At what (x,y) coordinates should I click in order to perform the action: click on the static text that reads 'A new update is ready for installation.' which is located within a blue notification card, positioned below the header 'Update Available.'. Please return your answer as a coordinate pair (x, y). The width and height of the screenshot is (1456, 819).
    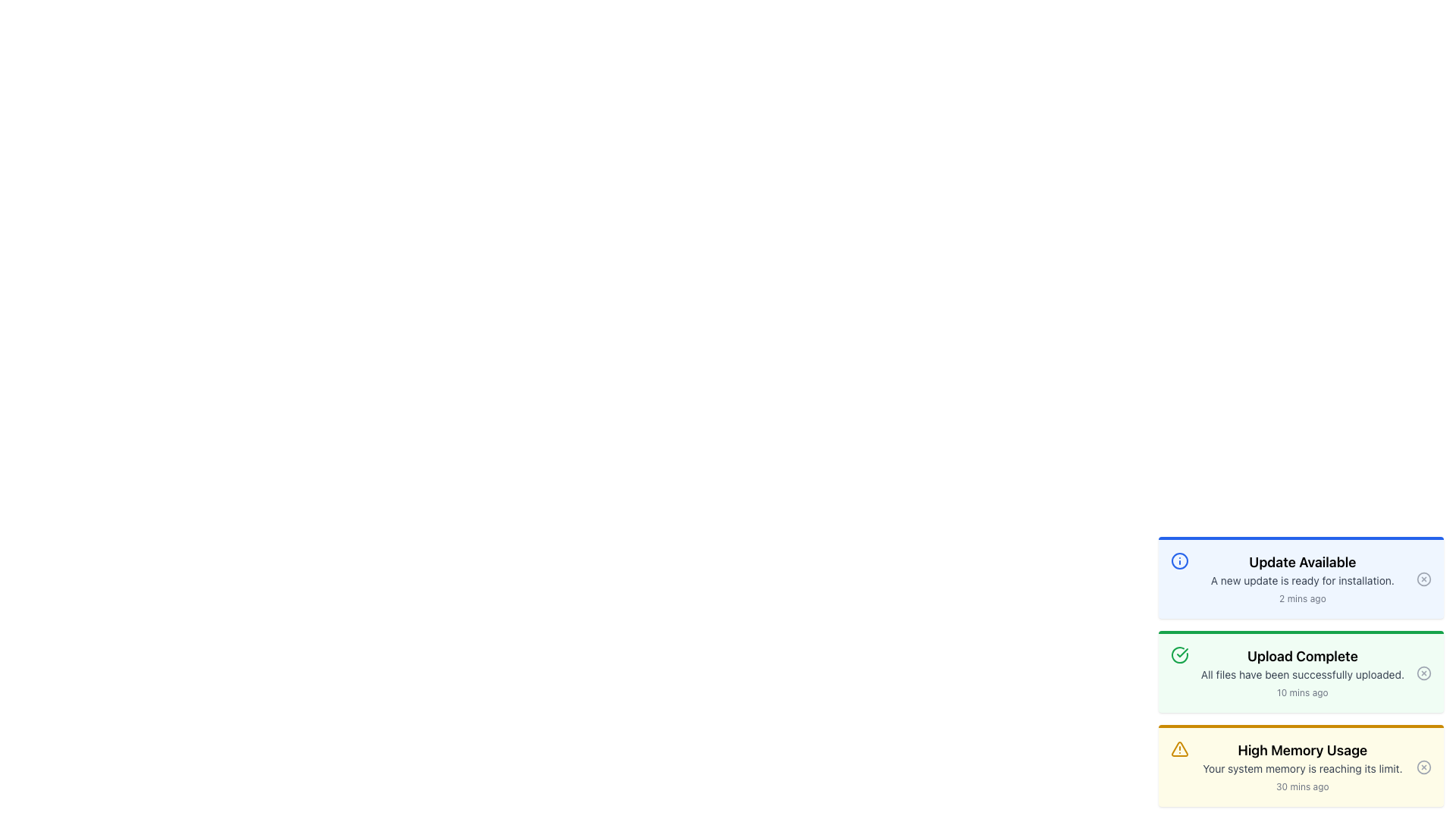
    Looking at the image, I should click on (1301, 580).